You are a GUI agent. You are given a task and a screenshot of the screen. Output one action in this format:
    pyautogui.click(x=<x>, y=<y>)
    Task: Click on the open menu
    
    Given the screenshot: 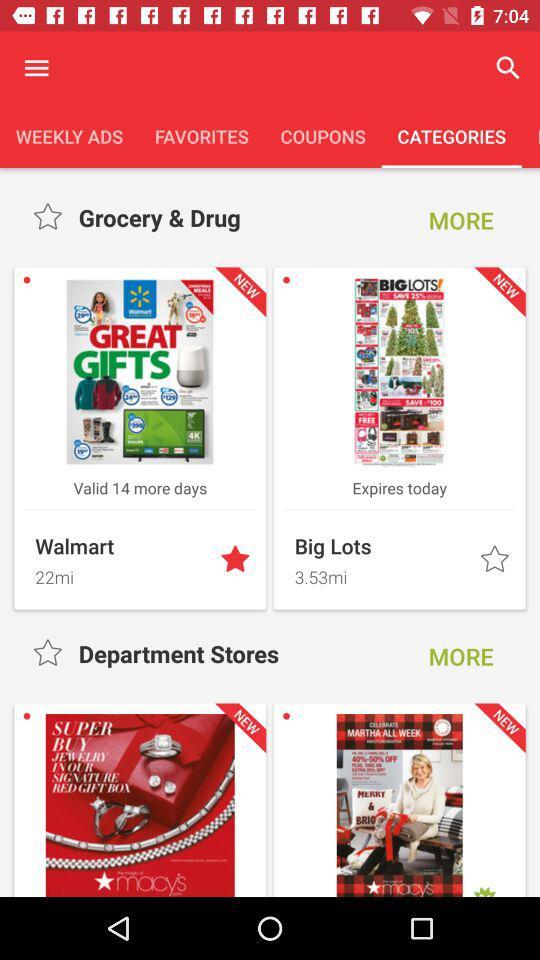 What is the action you would take?
    pyautogui.click(x=36, y=68)
    